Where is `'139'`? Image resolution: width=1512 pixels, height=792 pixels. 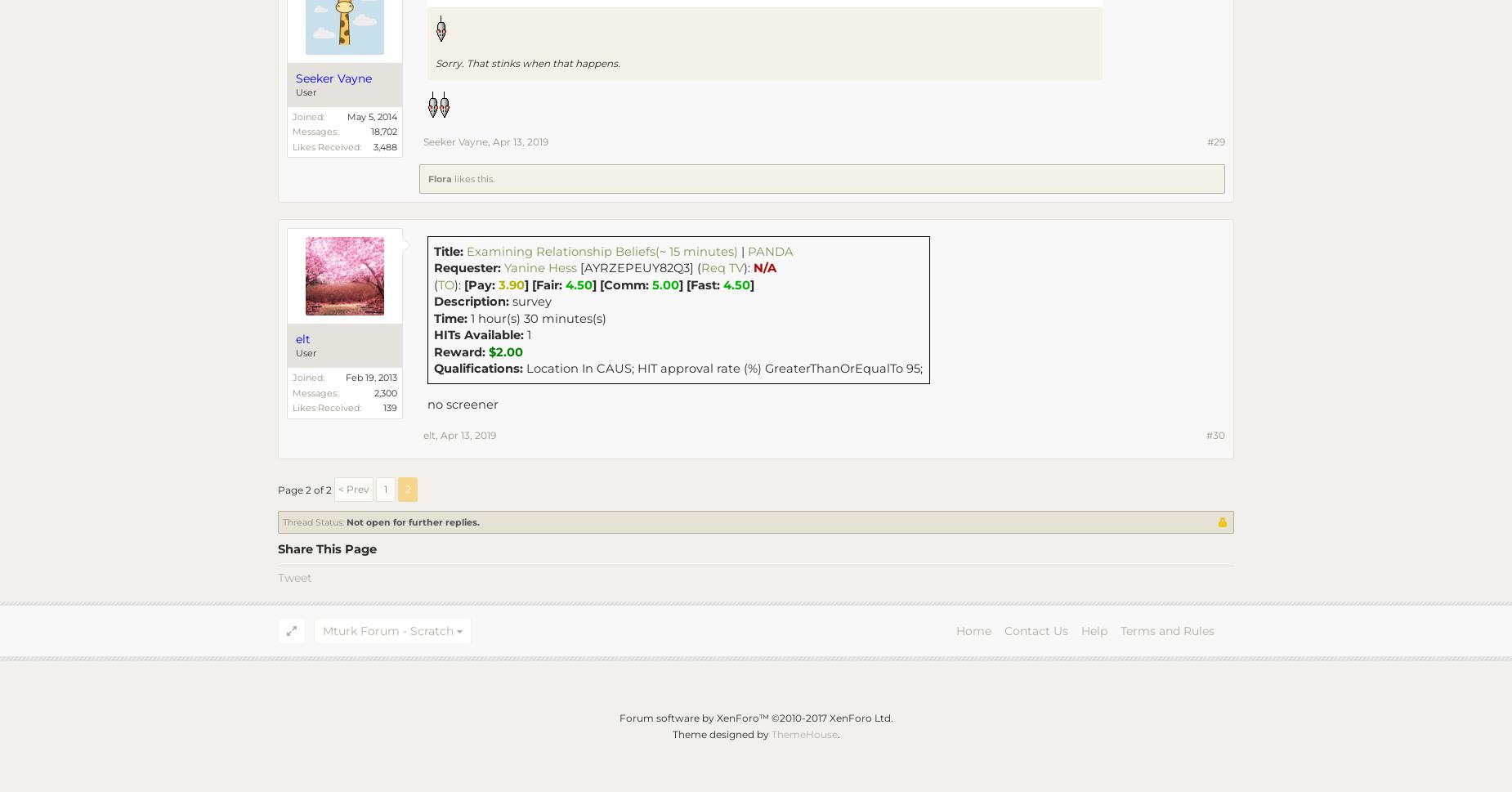
'139' is located at coordinates (390, 407).